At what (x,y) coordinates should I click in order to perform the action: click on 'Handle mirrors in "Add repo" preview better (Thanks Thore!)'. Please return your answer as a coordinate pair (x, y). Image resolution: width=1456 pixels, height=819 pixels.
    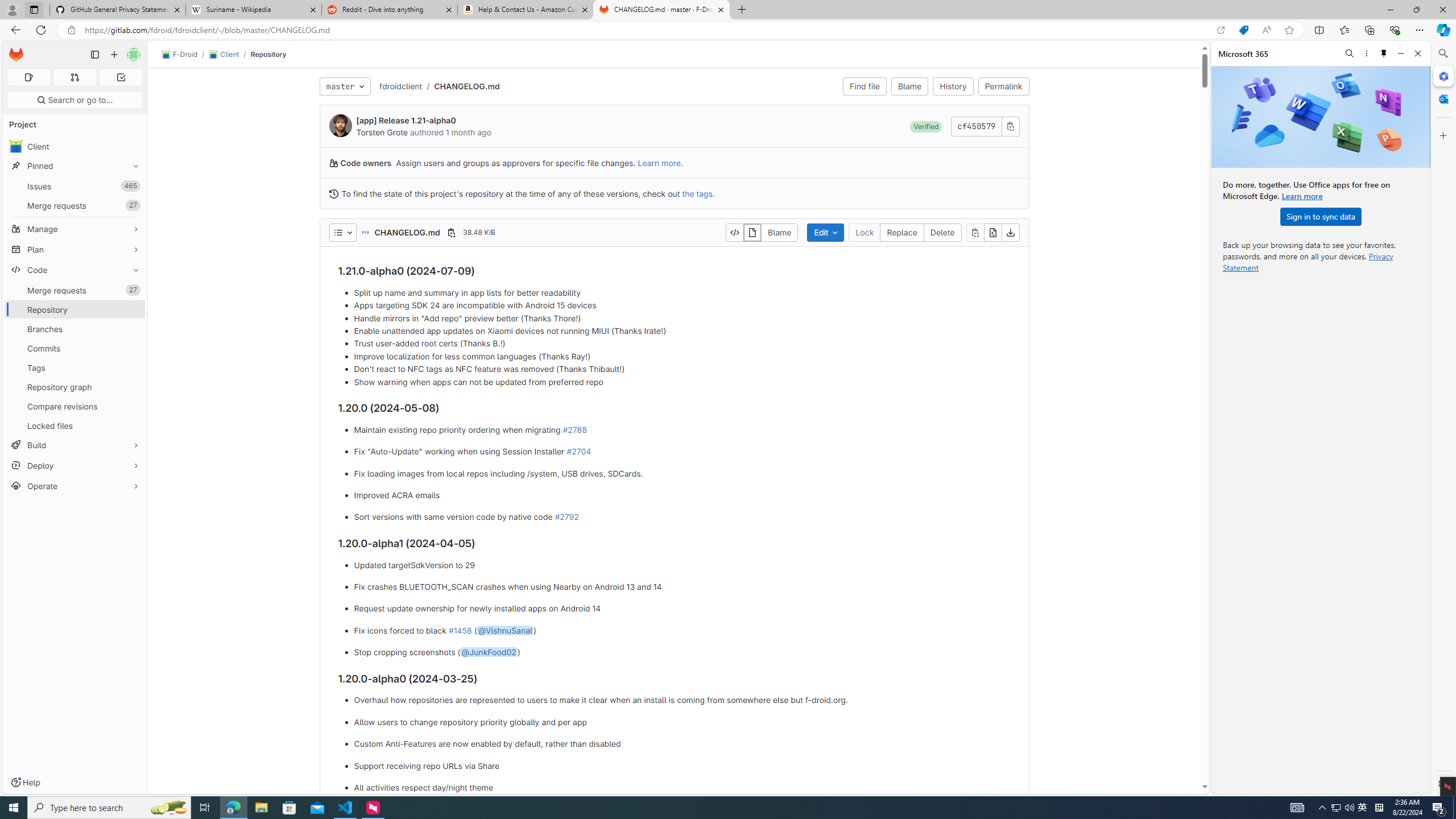
    Looking at the image, I should click on (681, 318).